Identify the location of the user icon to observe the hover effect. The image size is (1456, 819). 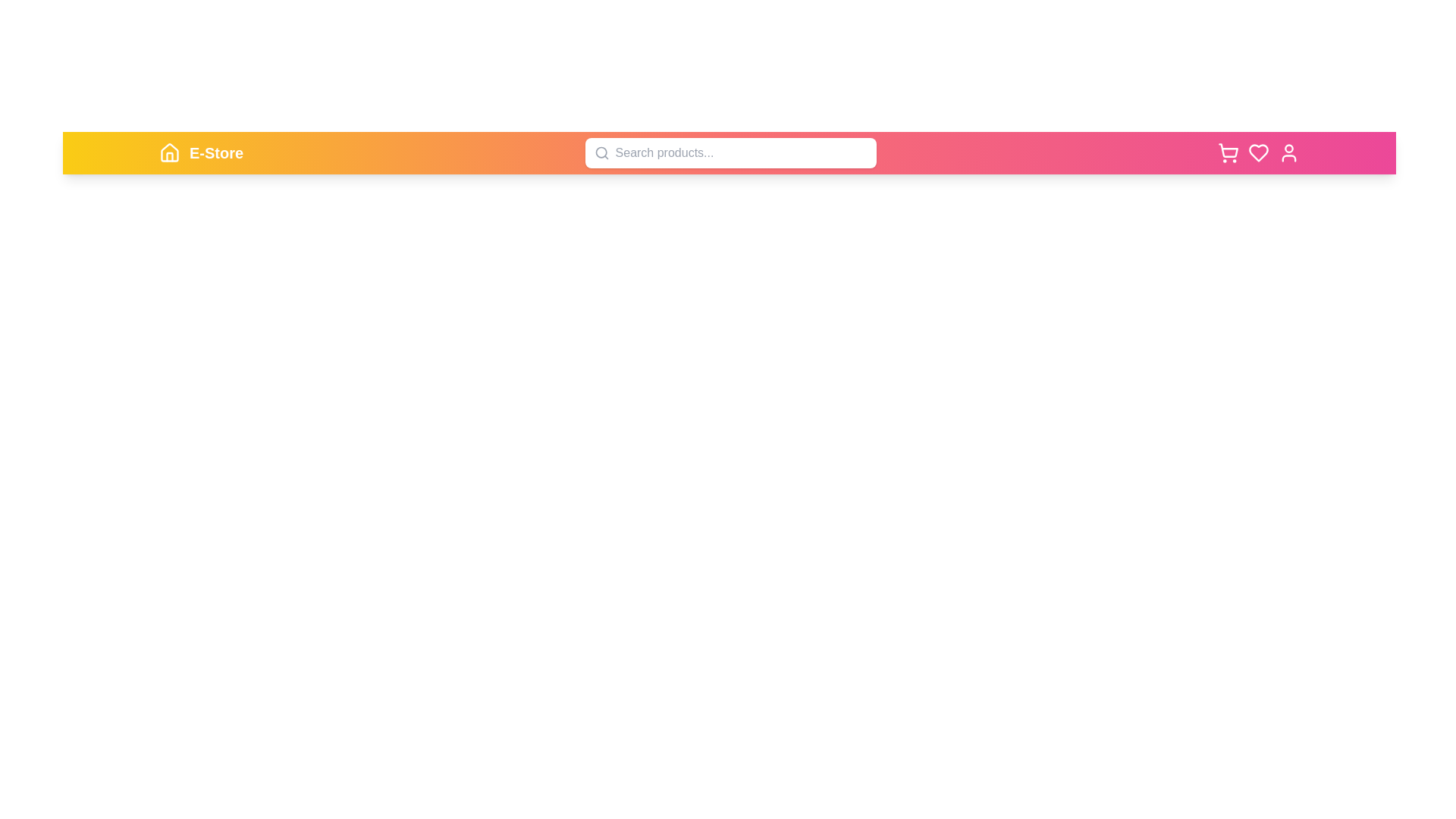
(1288, 152).